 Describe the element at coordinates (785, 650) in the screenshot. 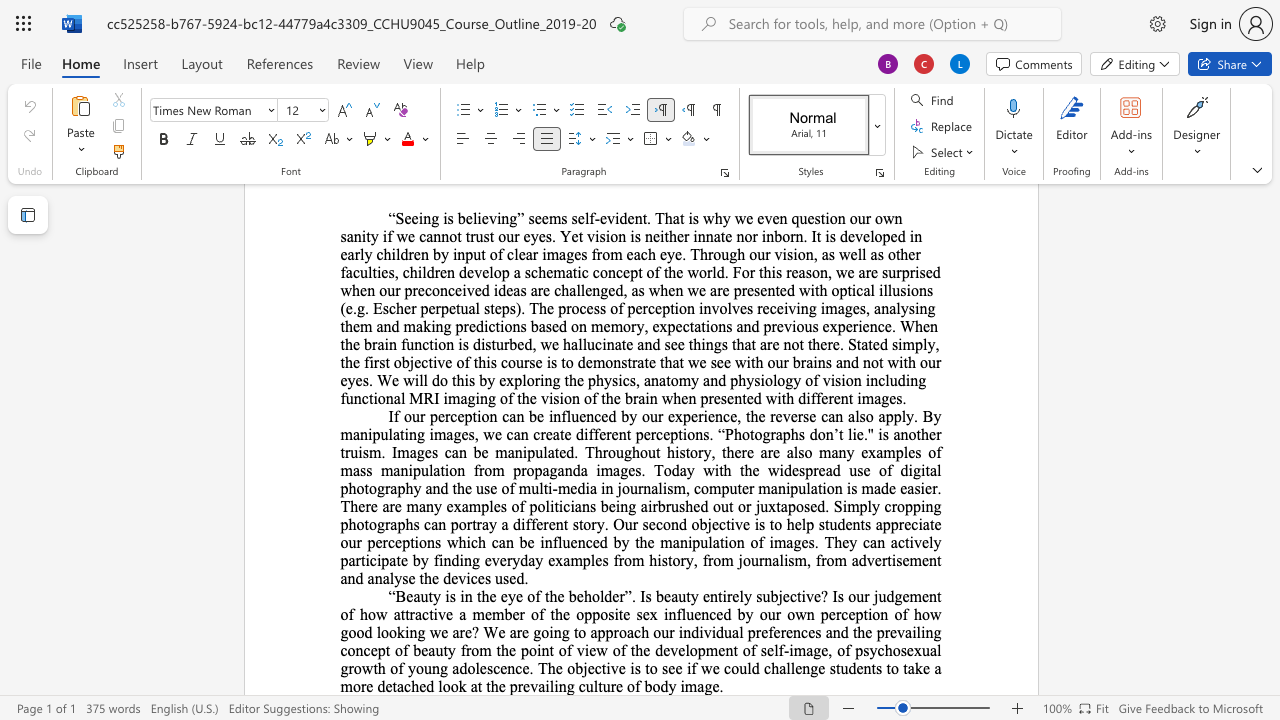

I see `the 1th character "-" in the text` at that location.